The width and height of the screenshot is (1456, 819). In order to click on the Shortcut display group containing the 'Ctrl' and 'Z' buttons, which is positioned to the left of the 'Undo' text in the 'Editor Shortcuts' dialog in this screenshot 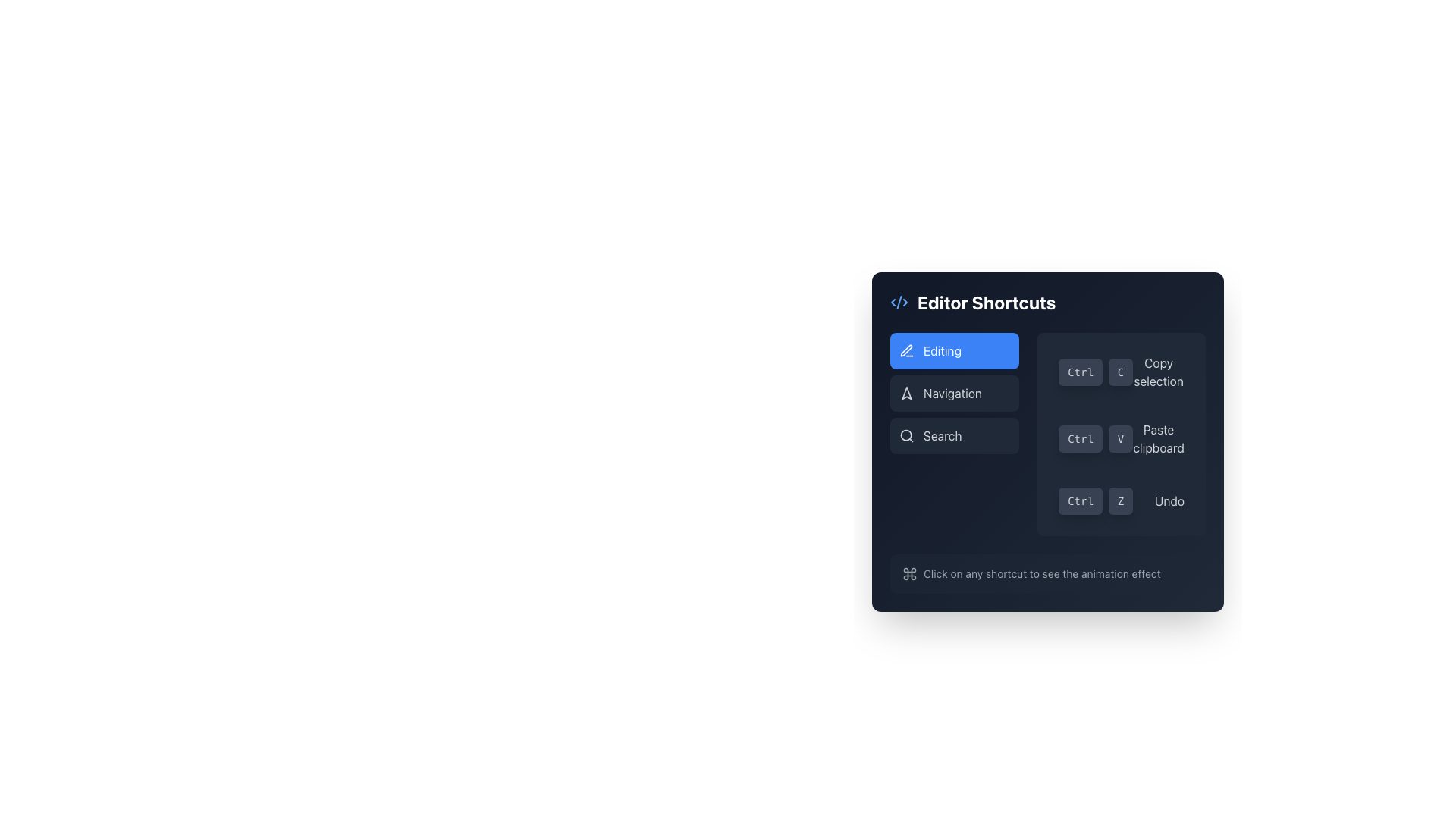, I will do `click(1096, 500)`.